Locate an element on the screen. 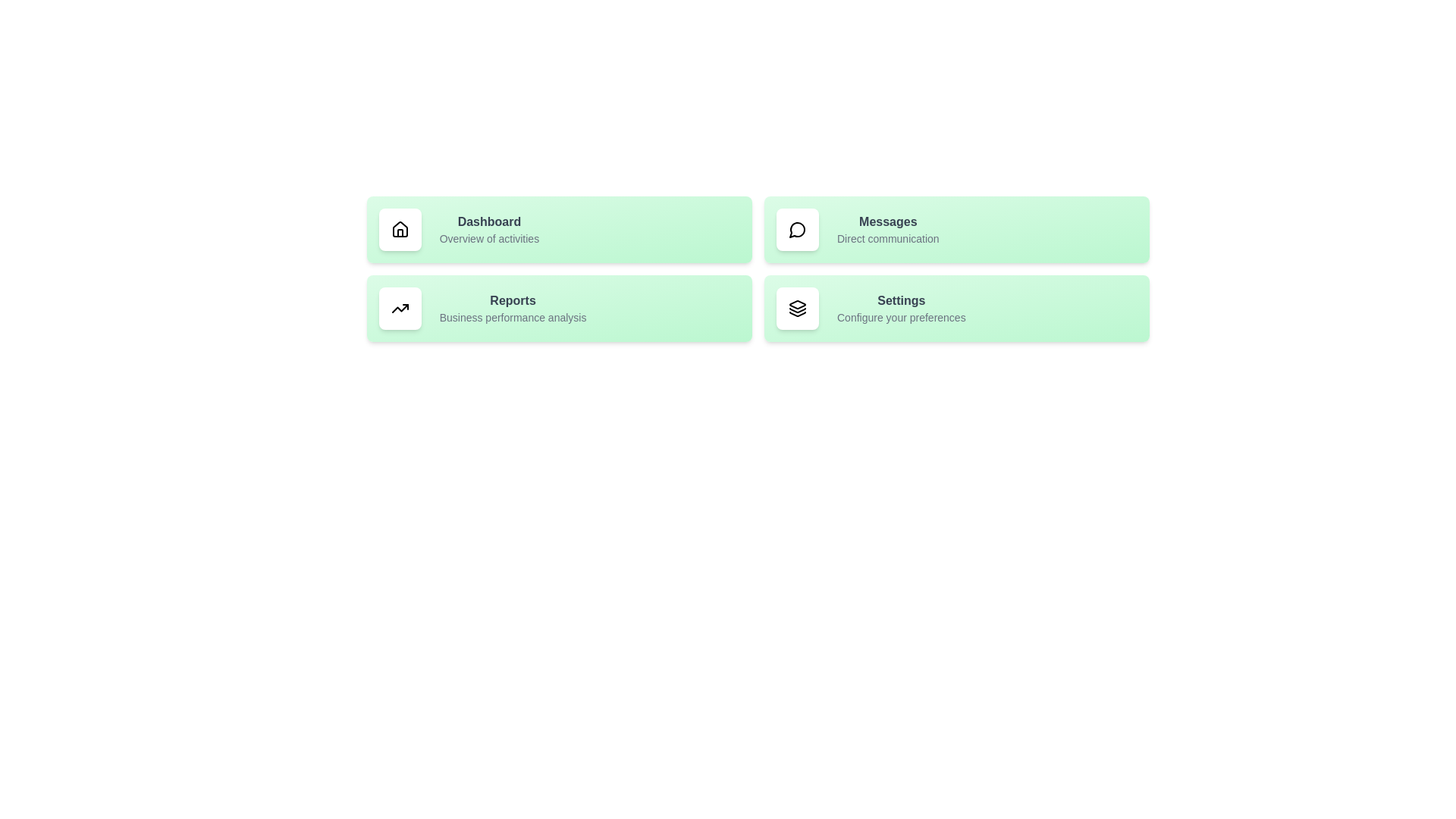 This screenshot has width=1456, height=819. the list item corresponding to Messages is located at coordinates (956, 230).